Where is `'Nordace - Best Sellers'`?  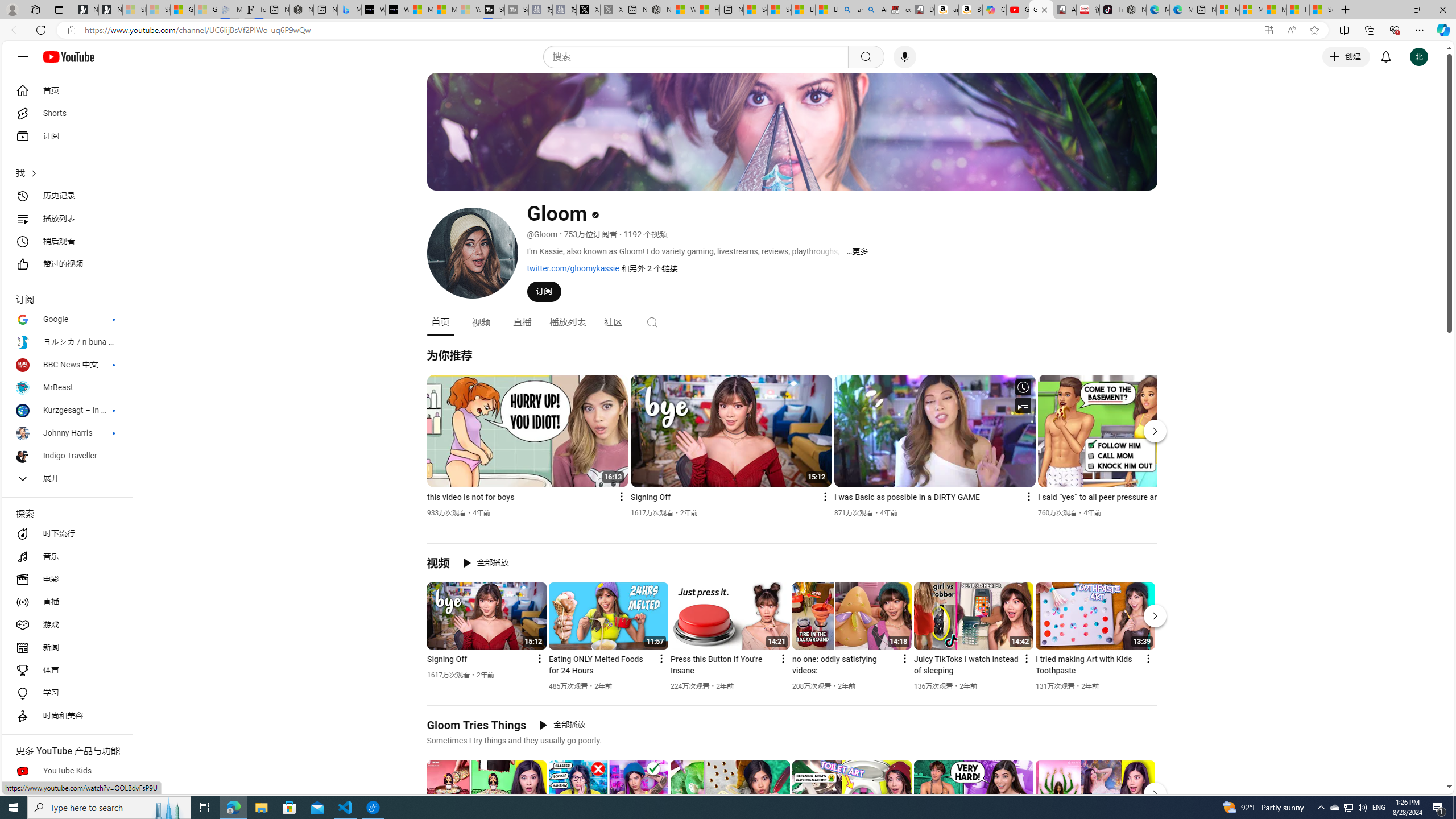
'Nordace - Best Sellers' is located at coordinates (1134, 9).